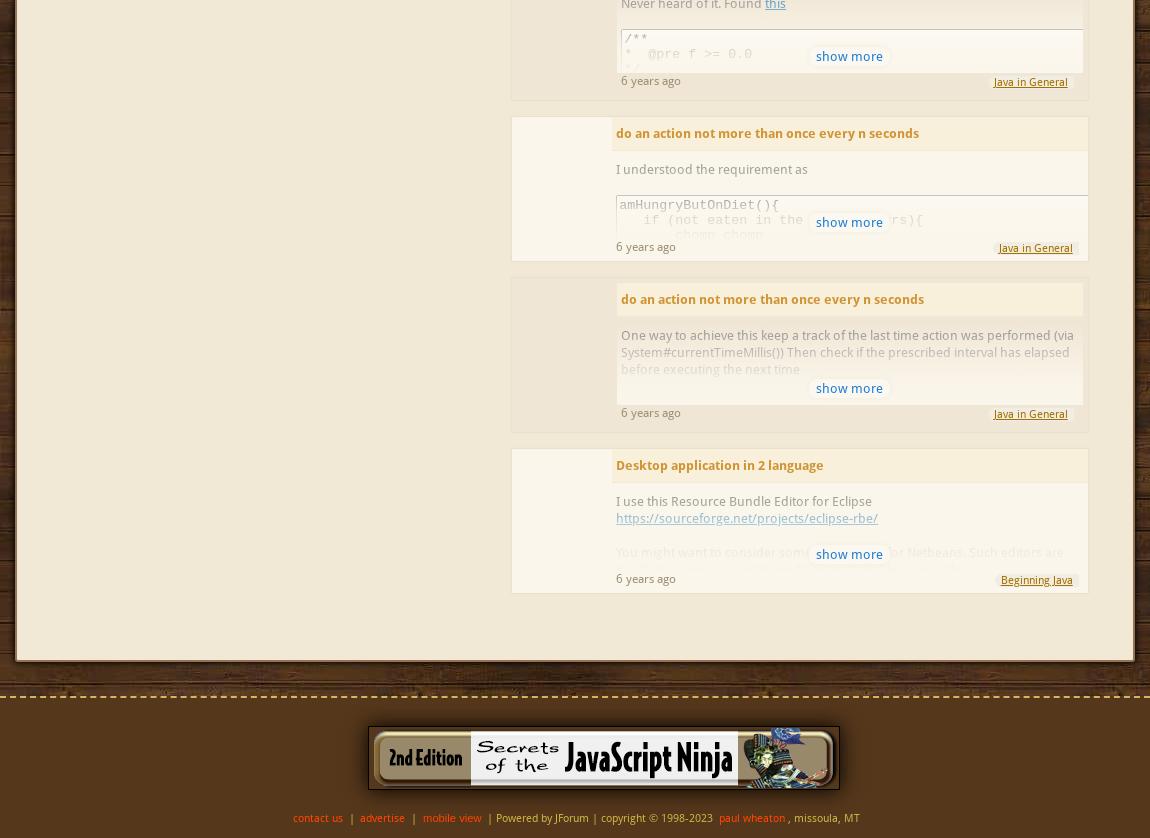 The image size is (1150, 838). What do you see at coordinates (845, 221) in the screenshot?
I see `'Clients who use that method are responsible for adhering to that precondition.'` at bounding box center [845, 221].